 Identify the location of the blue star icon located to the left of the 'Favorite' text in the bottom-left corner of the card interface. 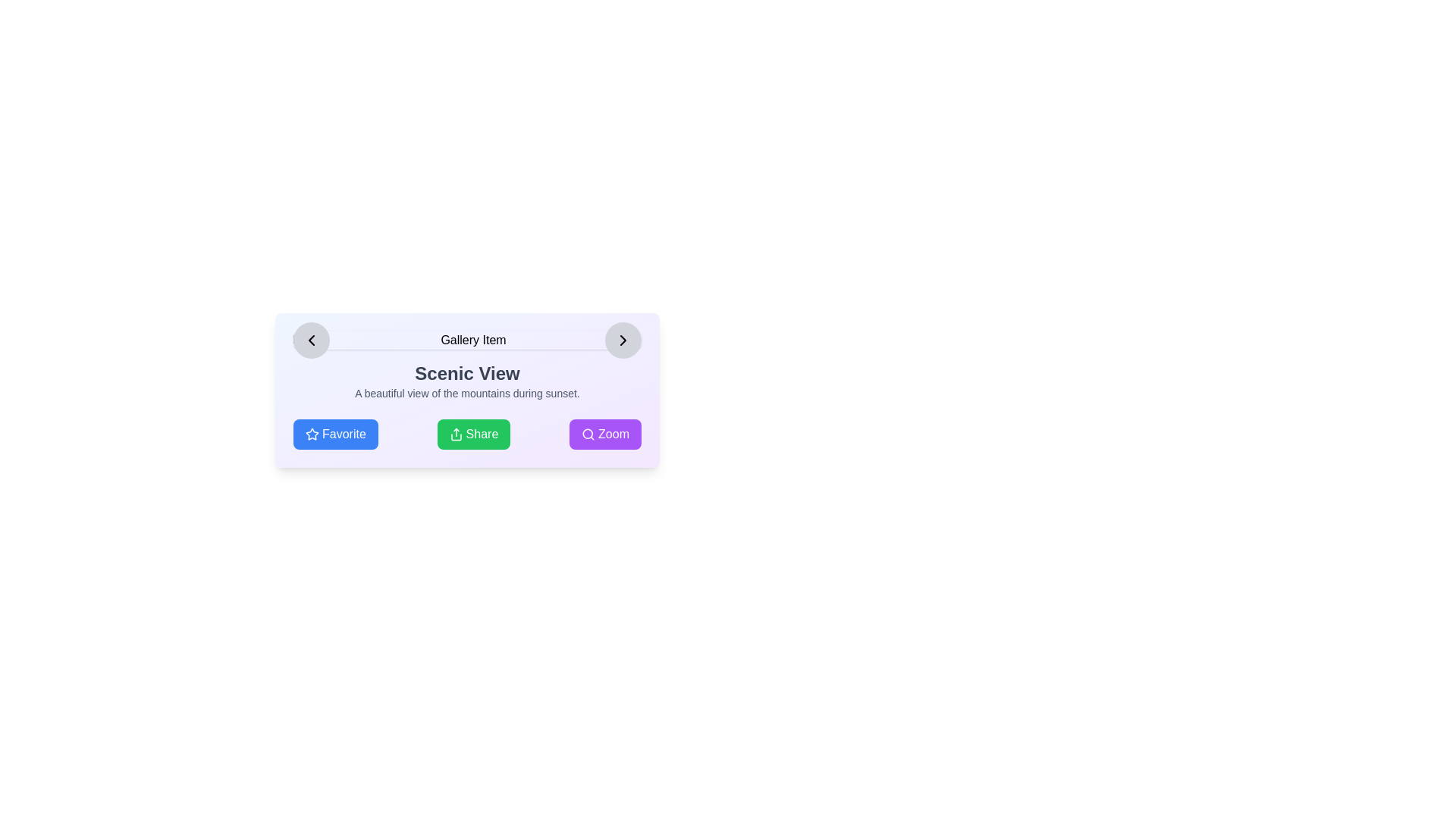
(312, 434).